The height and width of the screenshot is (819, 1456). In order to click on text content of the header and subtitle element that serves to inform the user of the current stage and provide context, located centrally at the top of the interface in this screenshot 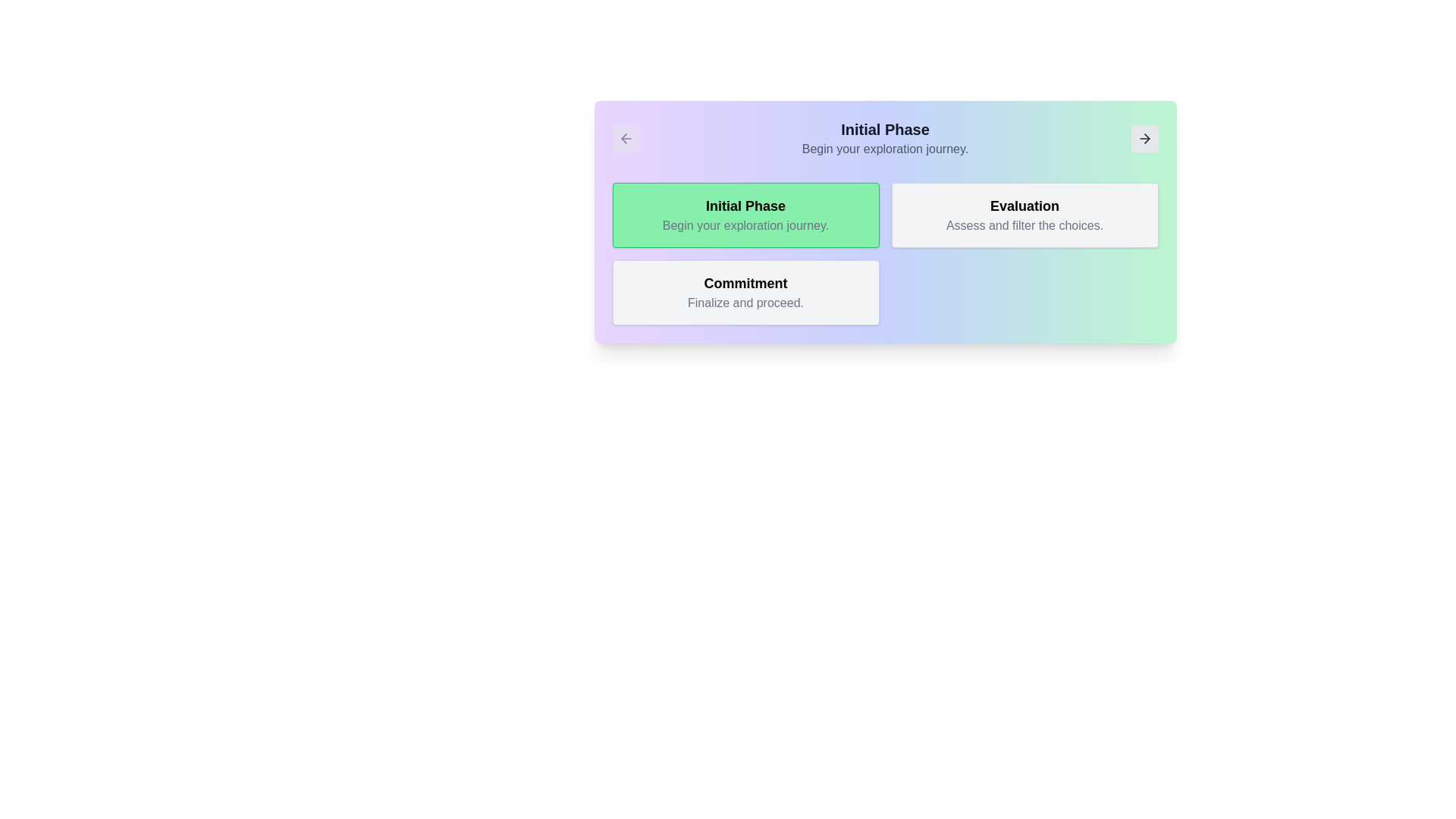, I will do `click(885, 138)`.